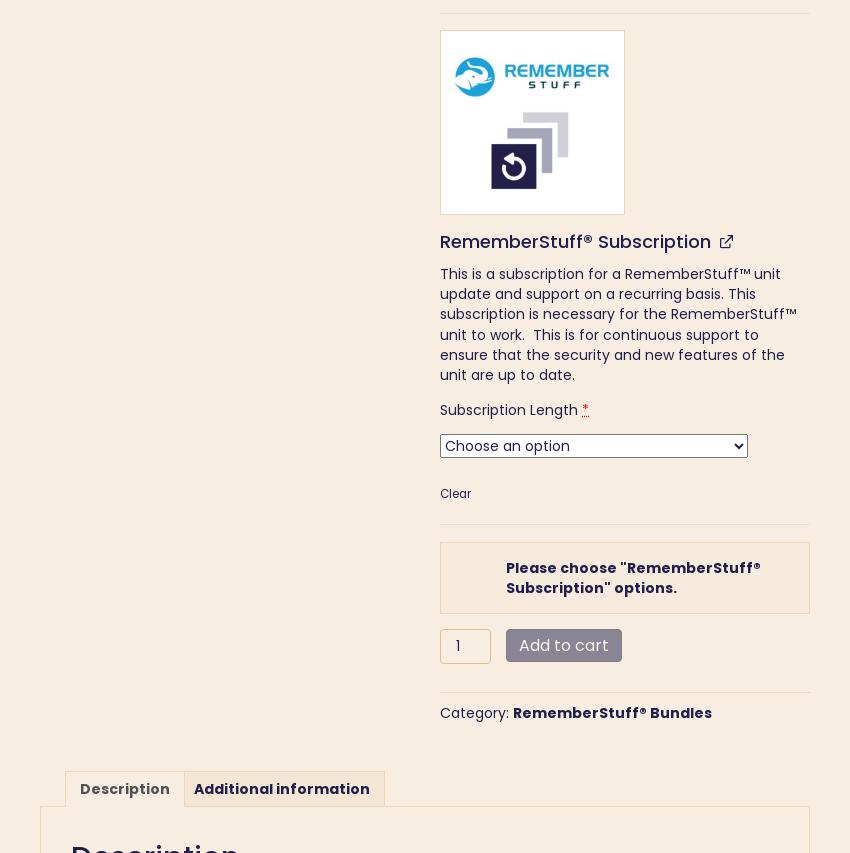 The image size is (850, 853). I want to click on 'Please choose "RememberStuff® Subscription" options.', so click(632, 576).